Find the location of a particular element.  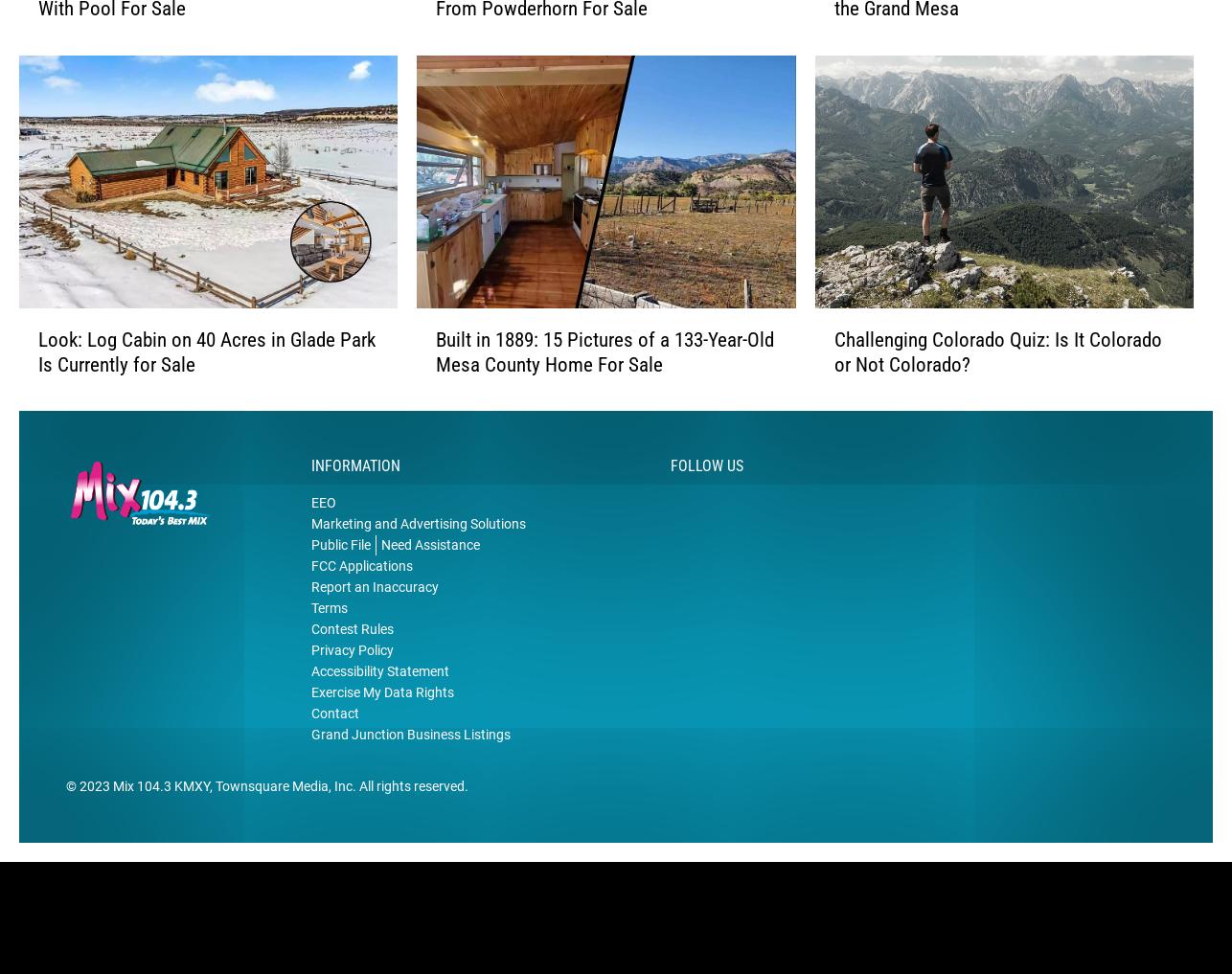

'Built in 1889: 15 Pictures of a 133-Year-Old Mesa County Home For Sale' is located at coordinates (434, 381).